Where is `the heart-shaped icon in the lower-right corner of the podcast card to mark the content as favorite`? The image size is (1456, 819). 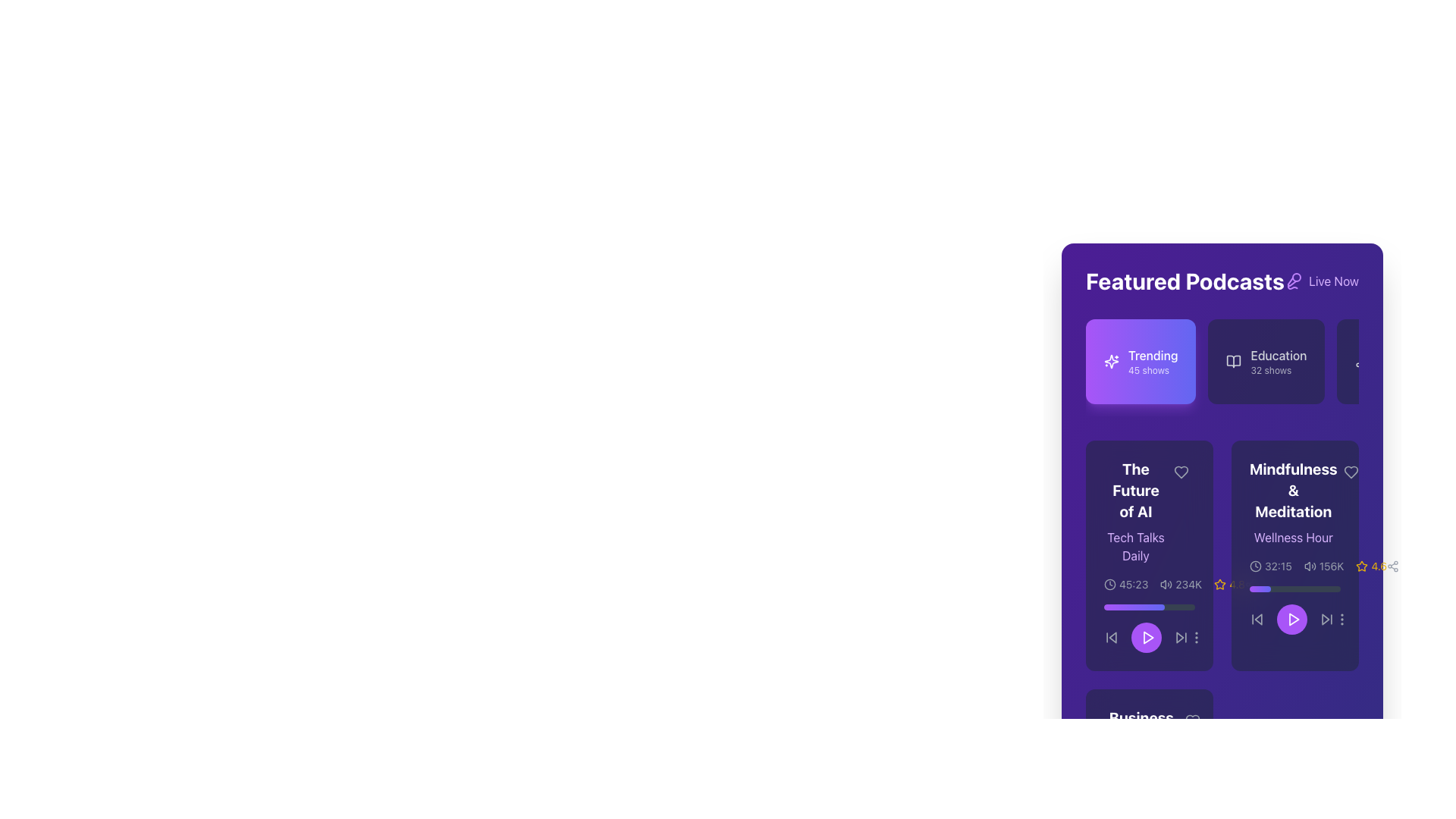 the heart-shaped icon in the lower-right corner of the podcast card to mark the content as favorite is located at coordinates (1191, 720).